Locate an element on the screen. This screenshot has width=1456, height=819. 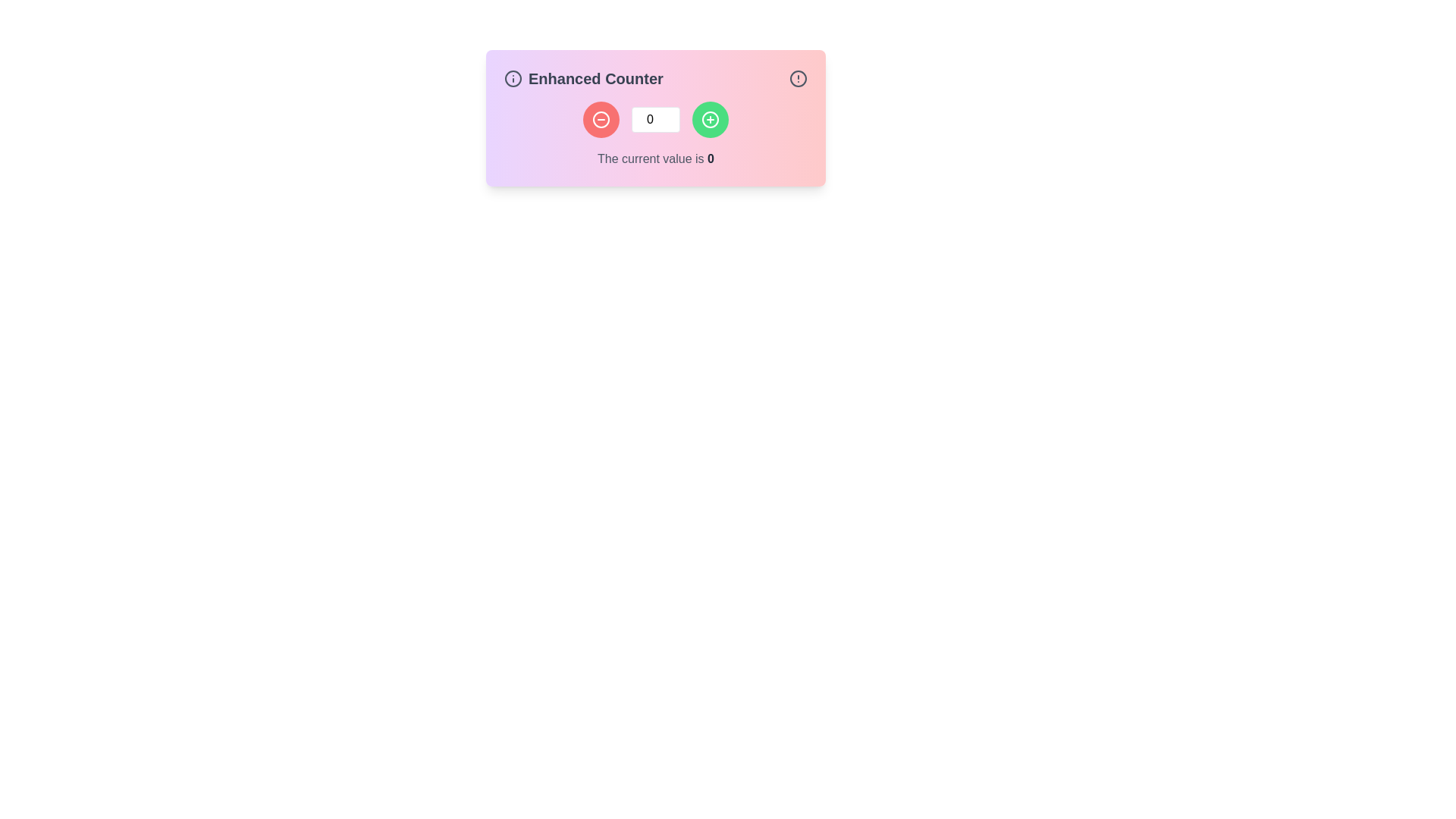
the circular red button with a white minus icon to decrease the value is located at coordinates (600, 119).